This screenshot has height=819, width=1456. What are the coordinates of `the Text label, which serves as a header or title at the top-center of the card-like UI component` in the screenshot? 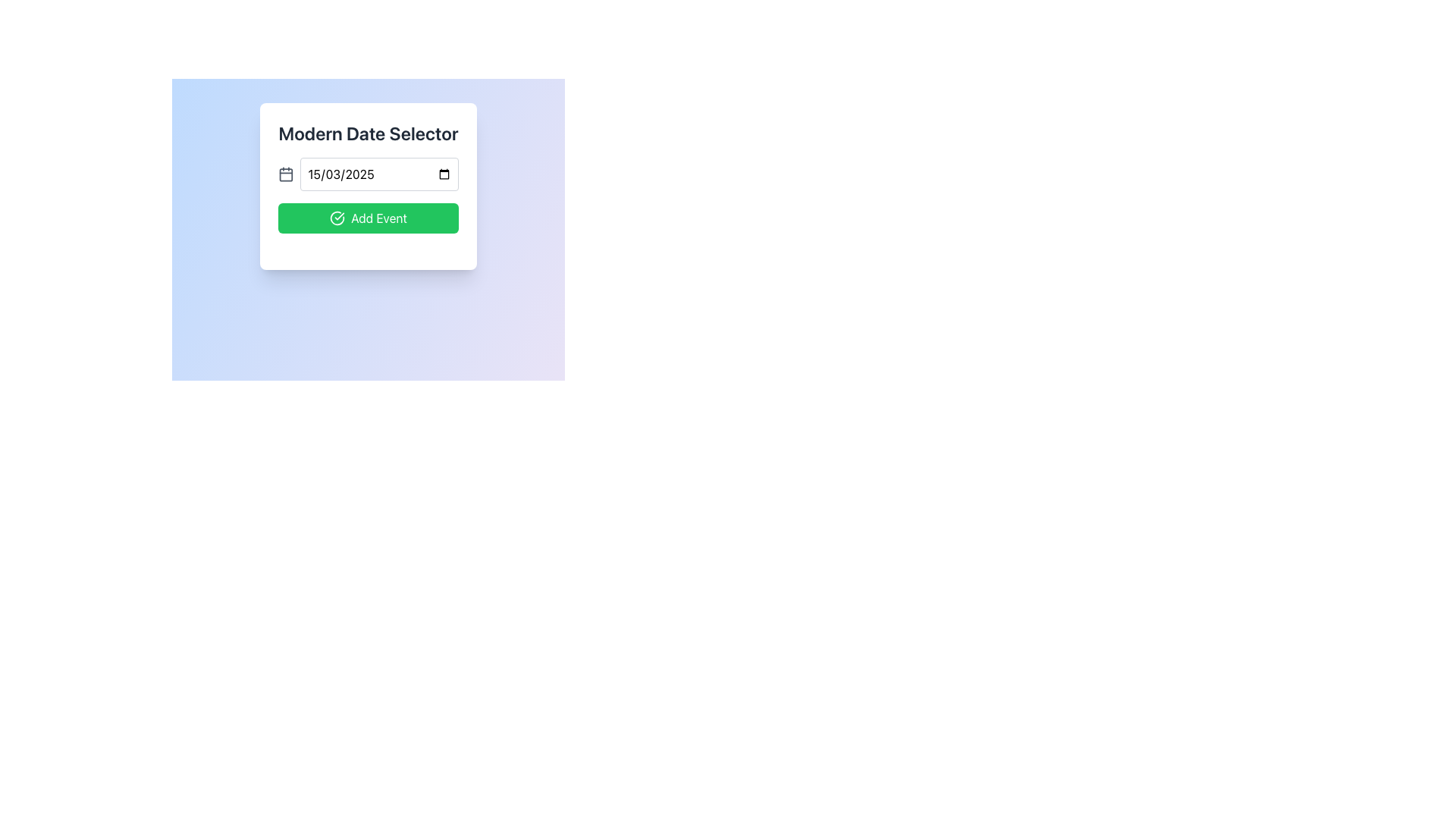 It's located at (368, 133).